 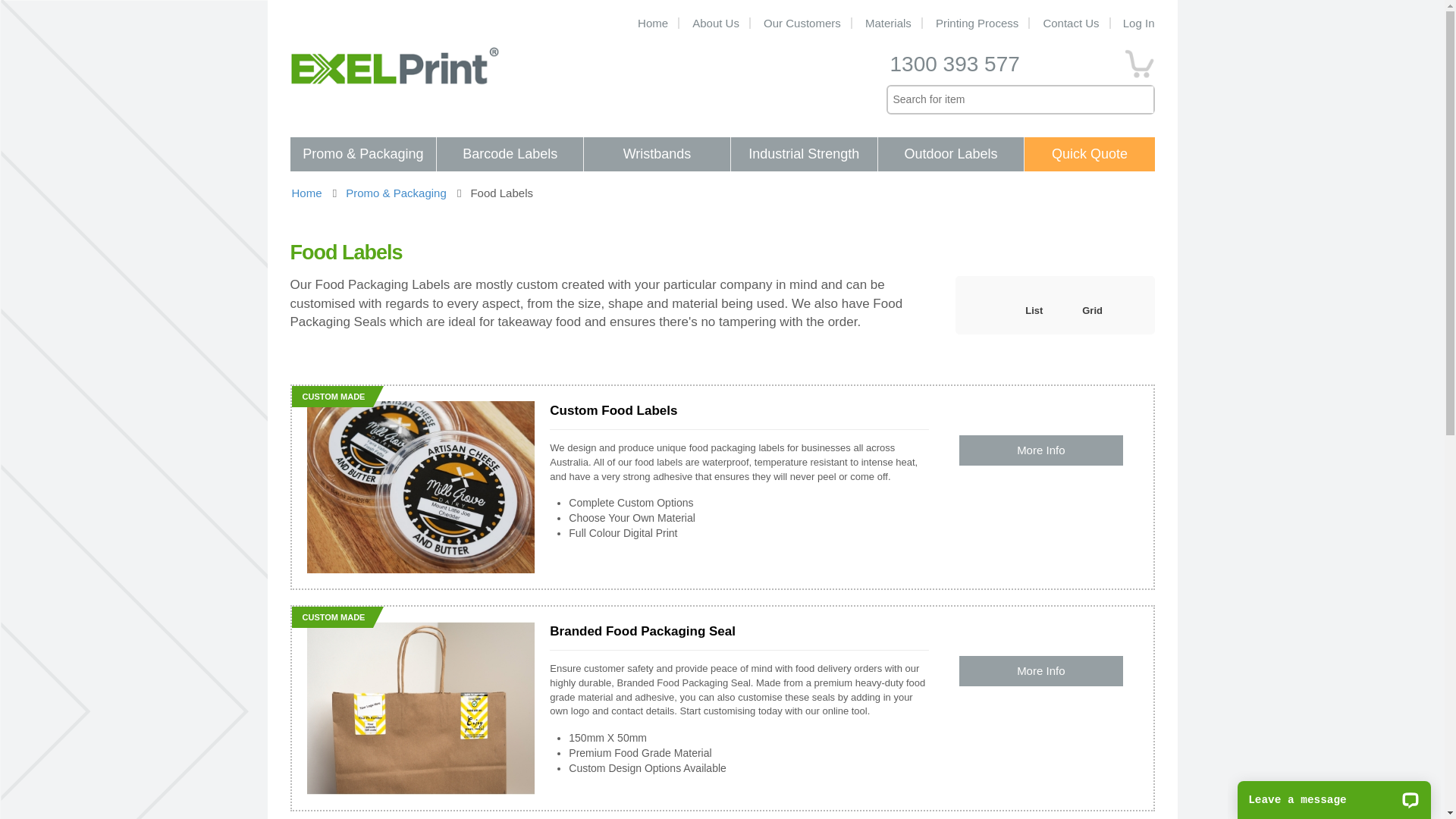 I want to click on '0', so click(x=1124, y=56).